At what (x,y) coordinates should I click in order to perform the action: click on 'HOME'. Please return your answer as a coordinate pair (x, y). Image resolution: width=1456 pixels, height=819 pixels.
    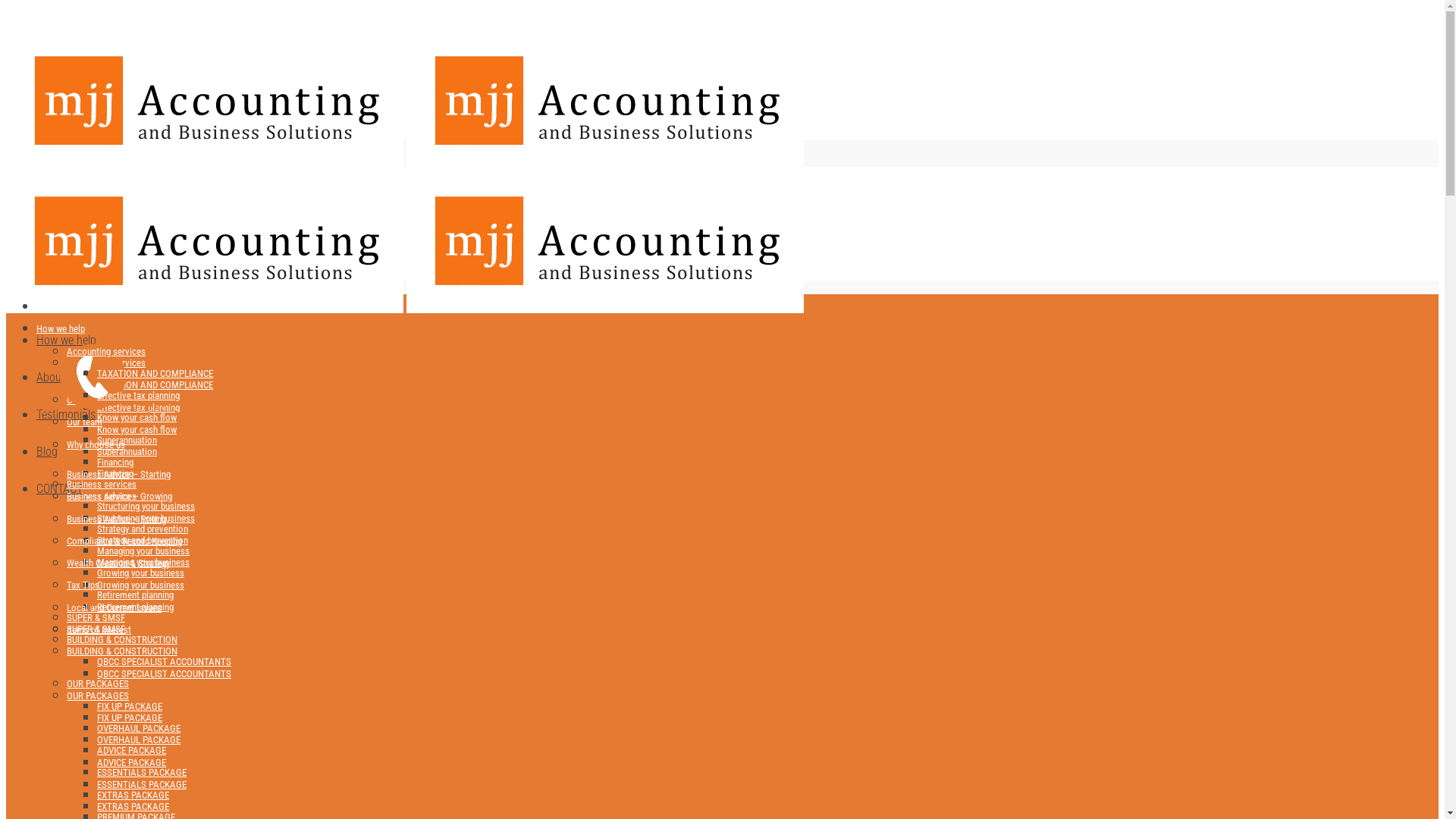
    Looking at the image, I should click on (36, 306).